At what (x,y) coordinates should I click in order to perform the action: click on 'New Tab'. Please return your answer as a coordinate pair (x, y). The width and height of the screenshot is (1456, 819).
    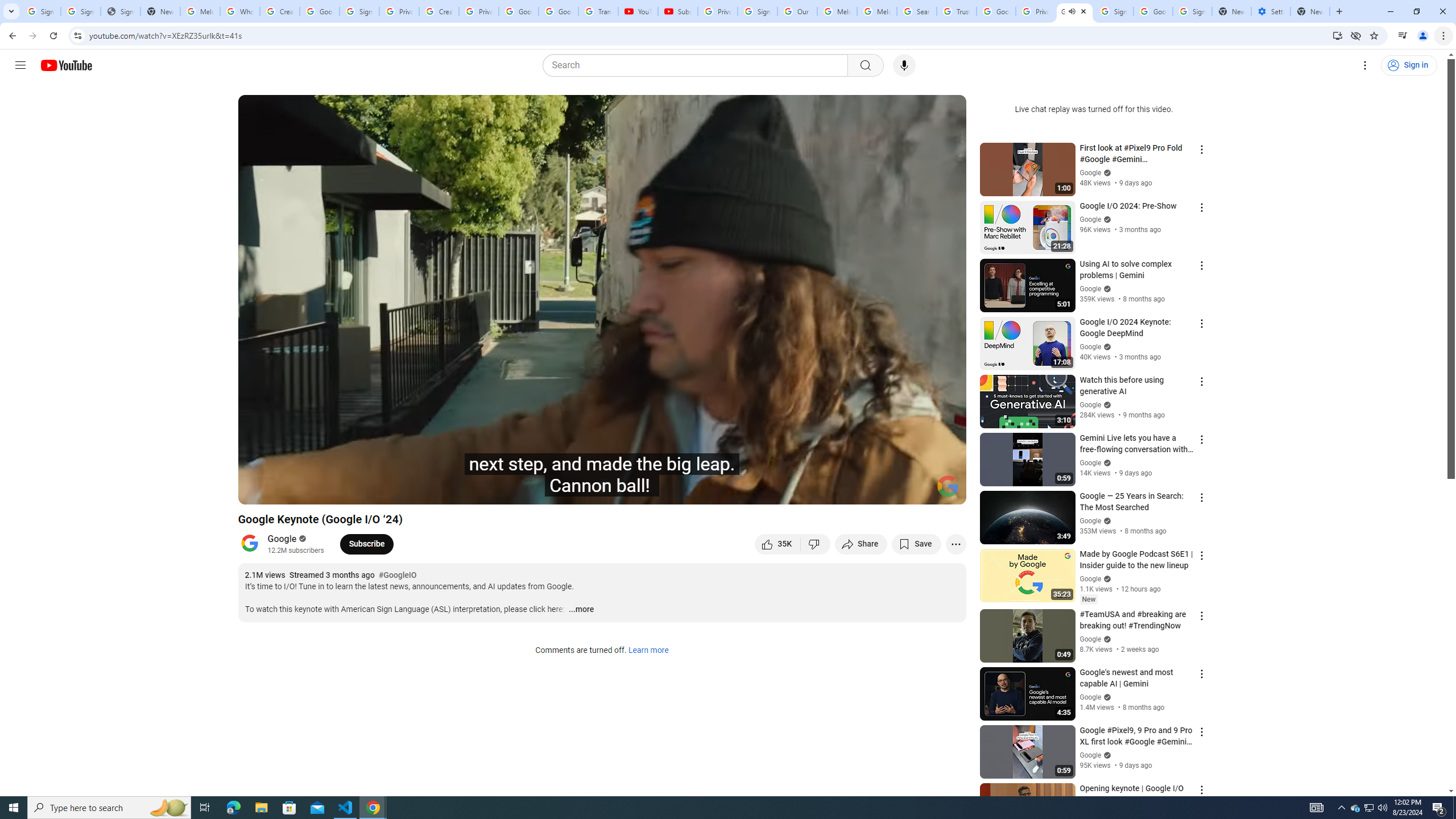
    Looking at the image, I should click on (1310, 11).